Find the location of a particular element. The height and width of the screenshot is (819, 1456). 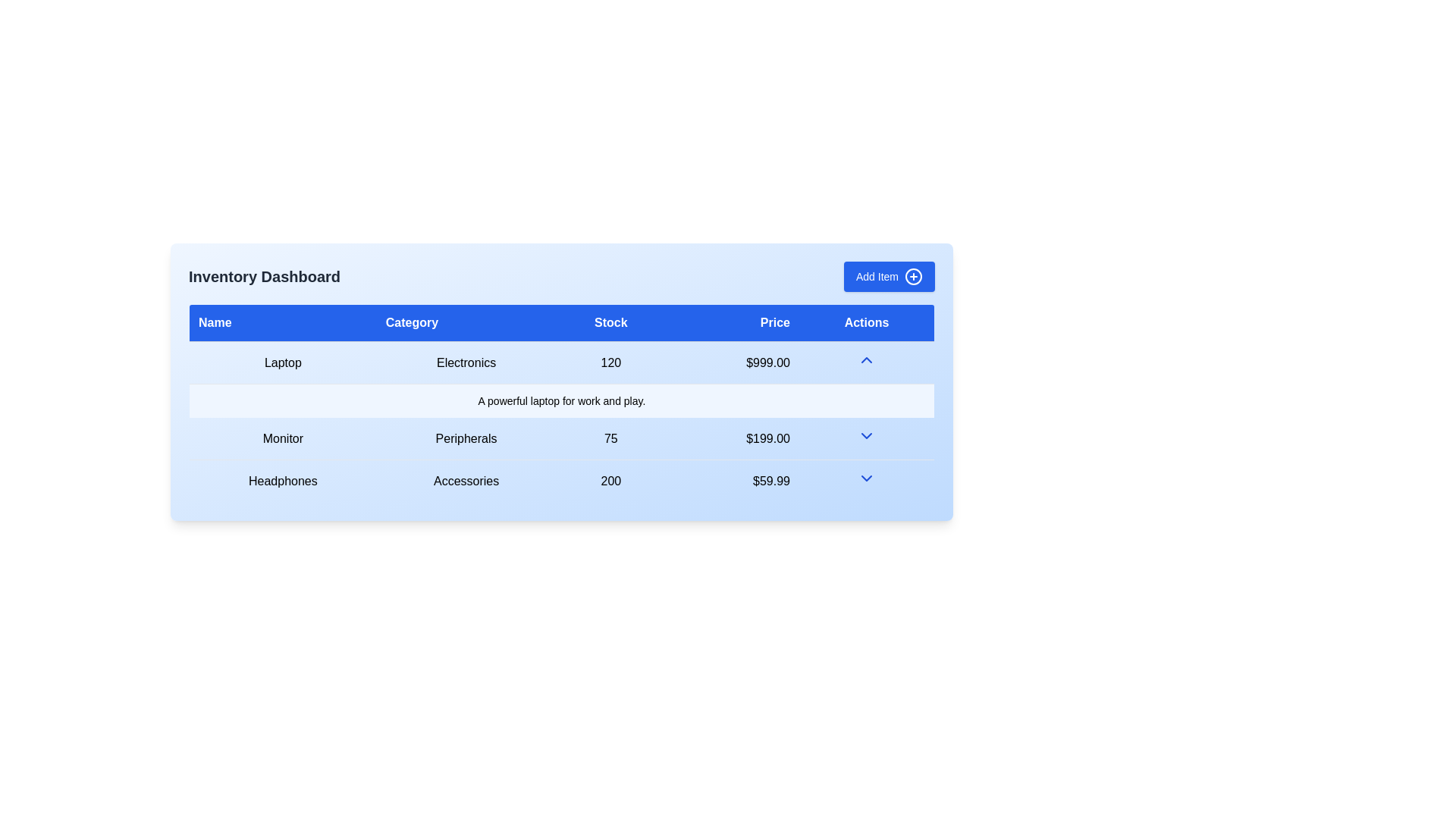

the numerical text display showing '200' in the 'Stock' column of the last row for the 'Headphones' entry in the table is located at coordinates (610, 481).